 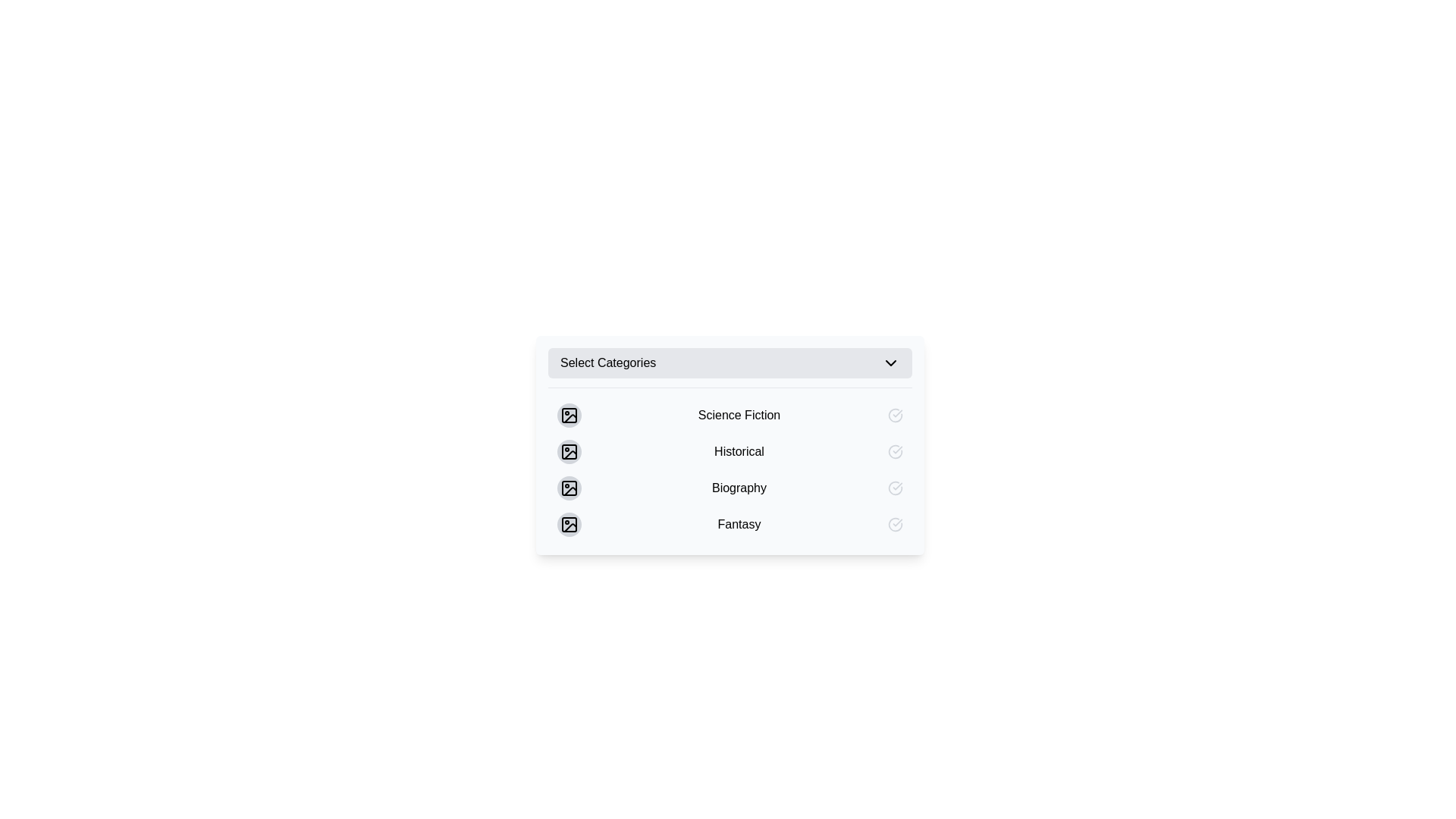 I want to click on the circular checkmark icon styled in light-gray, located at the end of the 'Science Fiction' category row in the list interface, so click(x=895, y=415).